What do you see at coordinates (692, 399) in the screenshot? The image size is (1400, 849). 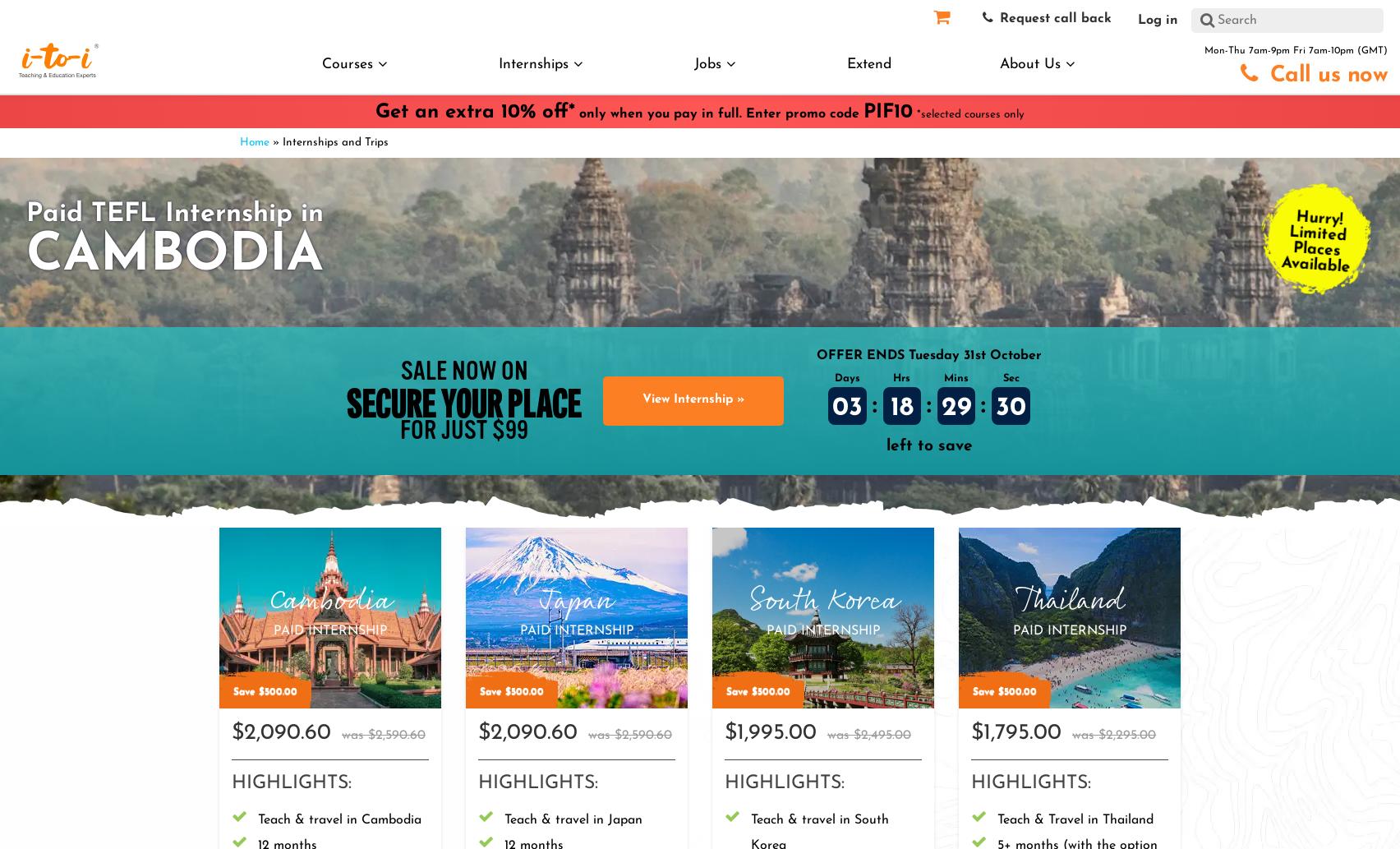 I see `'View
                            Internship »'` at bounding box center [692, 399].